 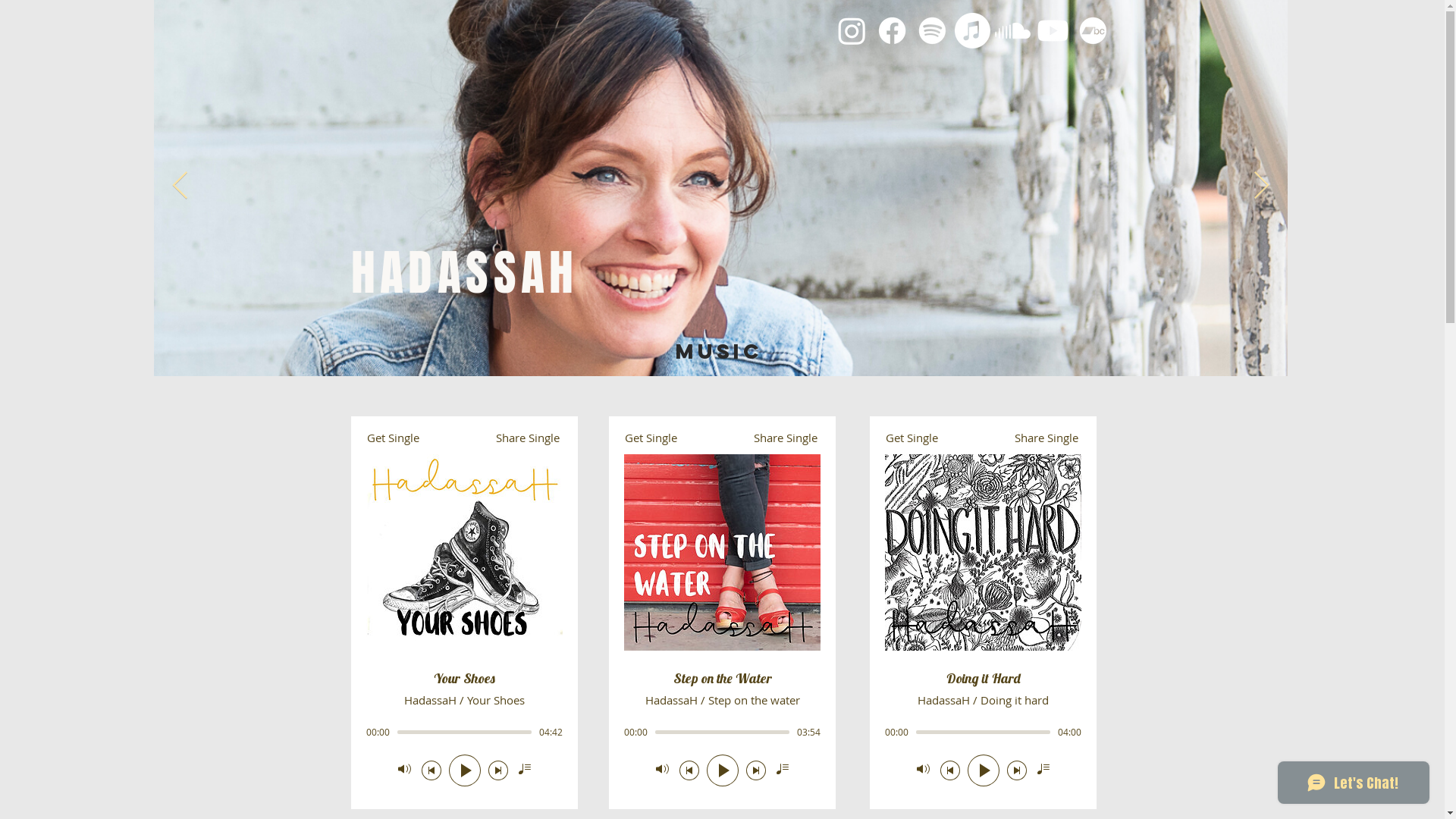 I want to click on 'Wix Music', so click(x=463, y=611).